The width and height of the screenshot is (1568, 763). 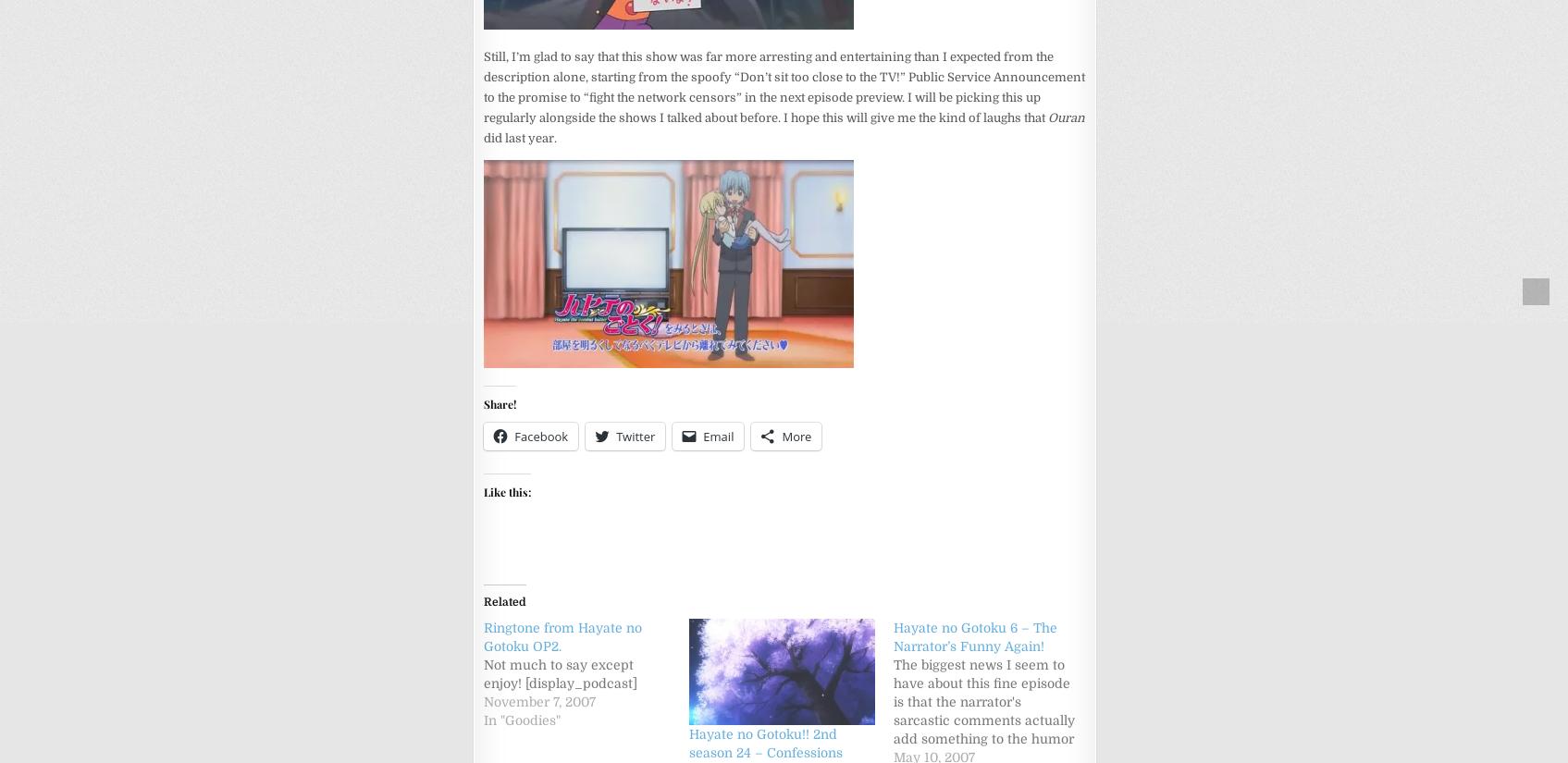 What do you see at coordinates (781, 434) in the screenshot?
I see `'More'` at bounding box center [781, 434].